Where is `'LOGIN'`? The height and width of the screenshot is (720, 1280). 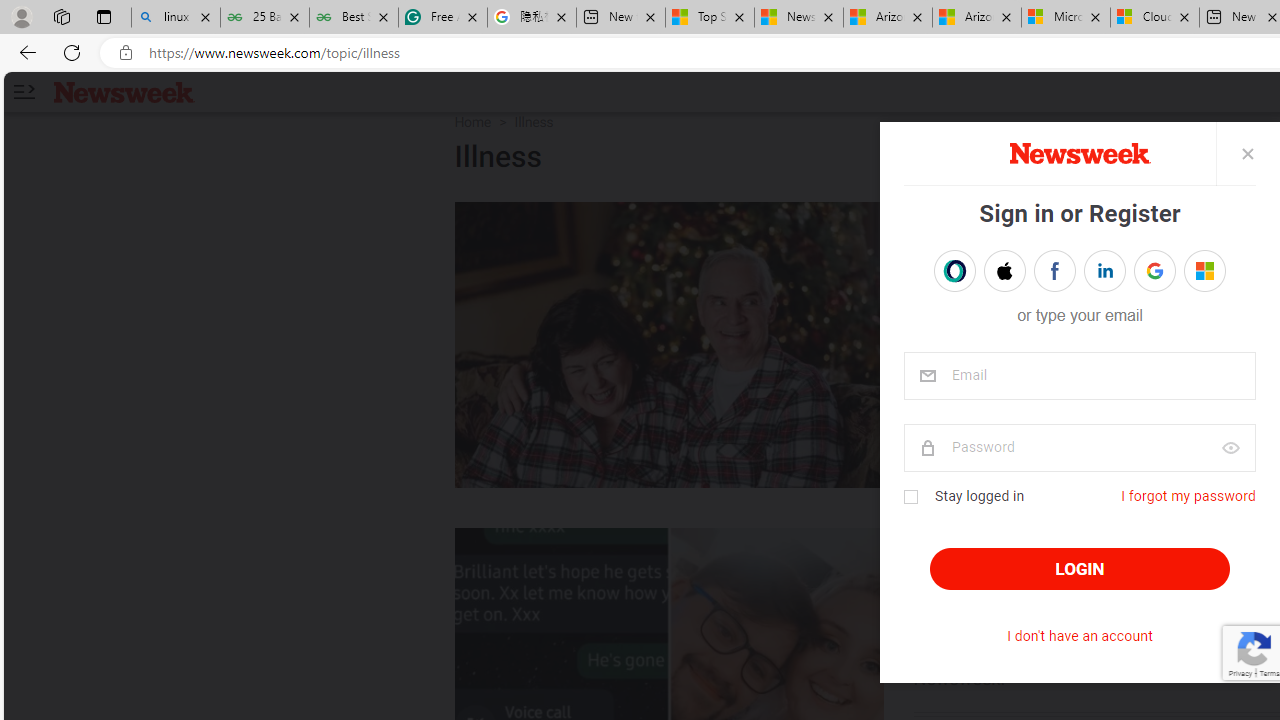
'LOGIN' is located at coordinates (1078, 569).